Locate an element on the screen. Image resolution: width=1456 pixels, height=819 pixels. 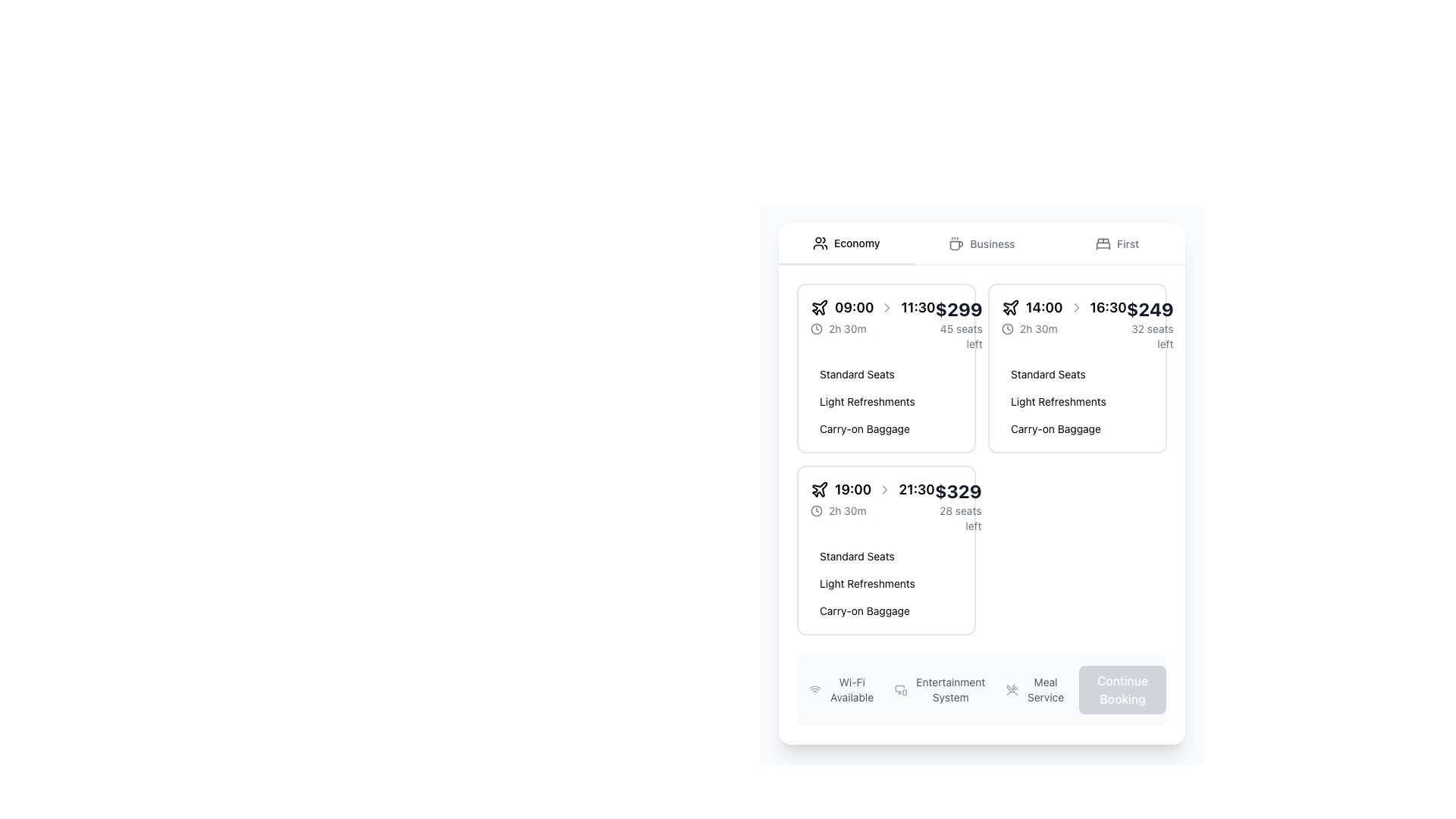
crossed utensils icon styled with a grayish tone, located next to the label 'Meal Service' at the bottom of the interface is located at coordinates (1012, 690).